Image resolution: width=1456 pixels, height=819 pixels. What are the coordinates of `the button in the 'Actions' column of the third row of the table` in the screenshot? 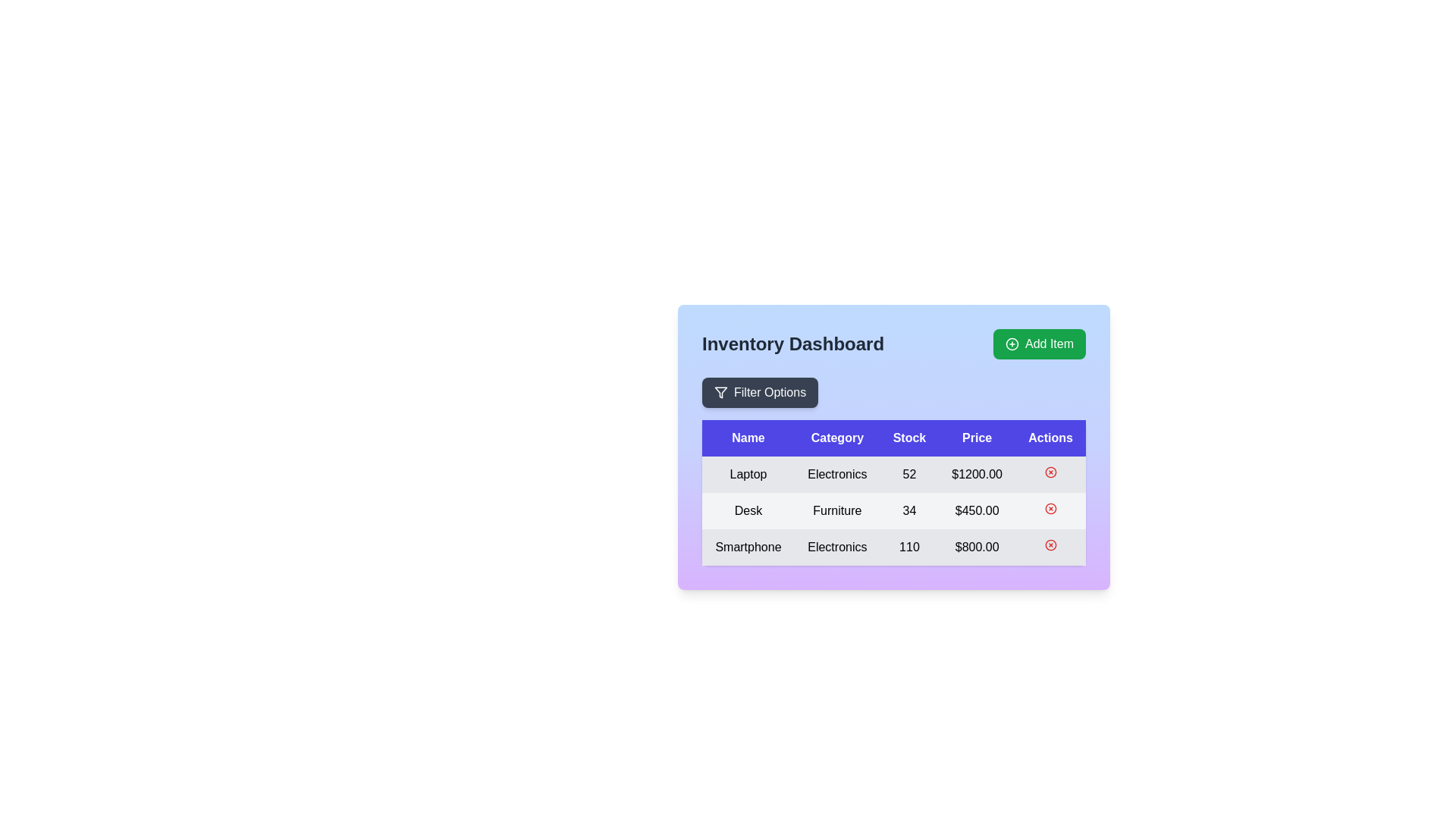 It's located at (1050, 544).